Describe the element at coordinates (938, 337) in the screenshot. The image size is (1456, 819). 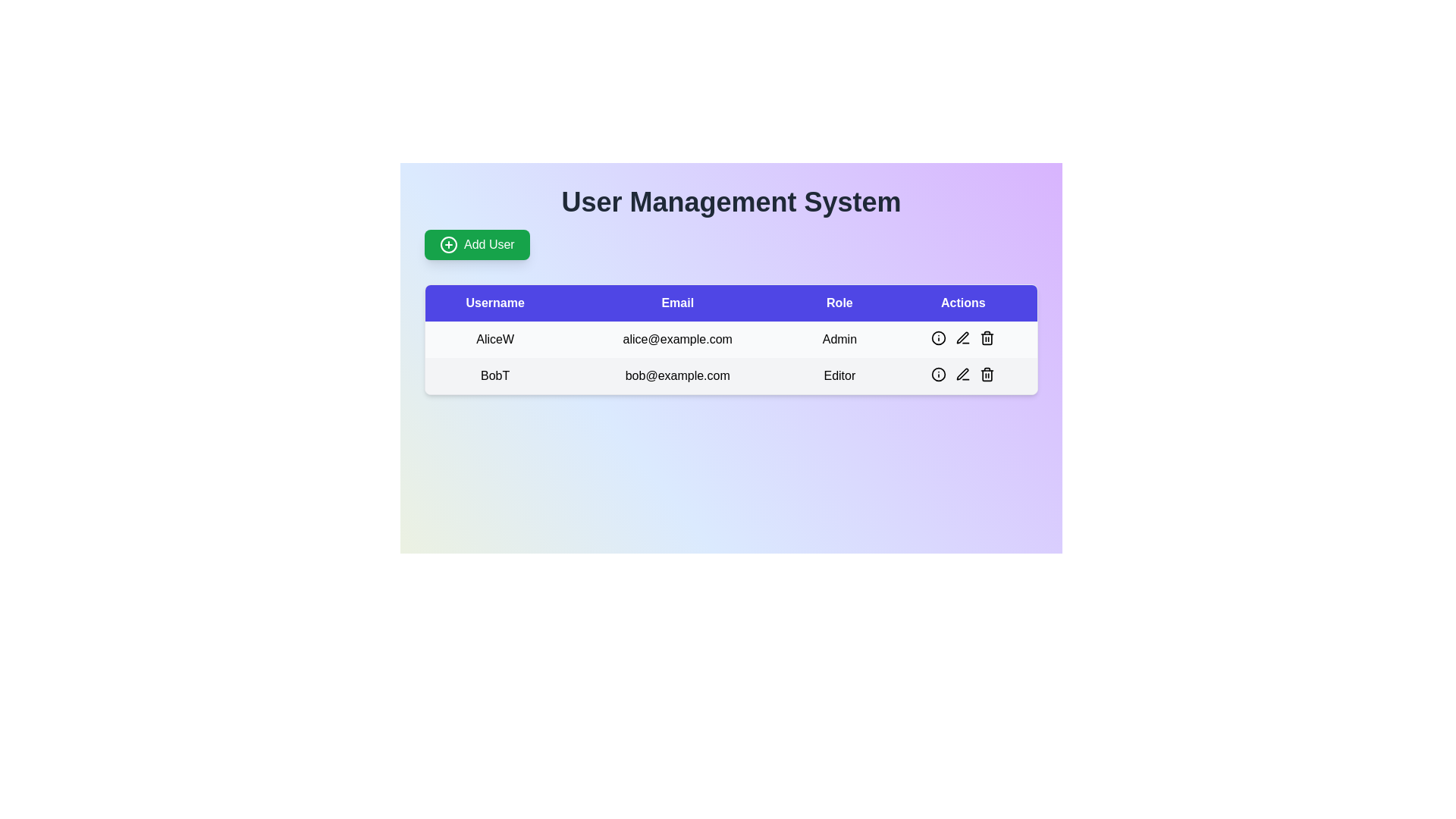
I see `the Circle SVG element in the 'Actions' column of the 'User Management System' interface, located in the second row corresponding to user 'BobT'` at that location.